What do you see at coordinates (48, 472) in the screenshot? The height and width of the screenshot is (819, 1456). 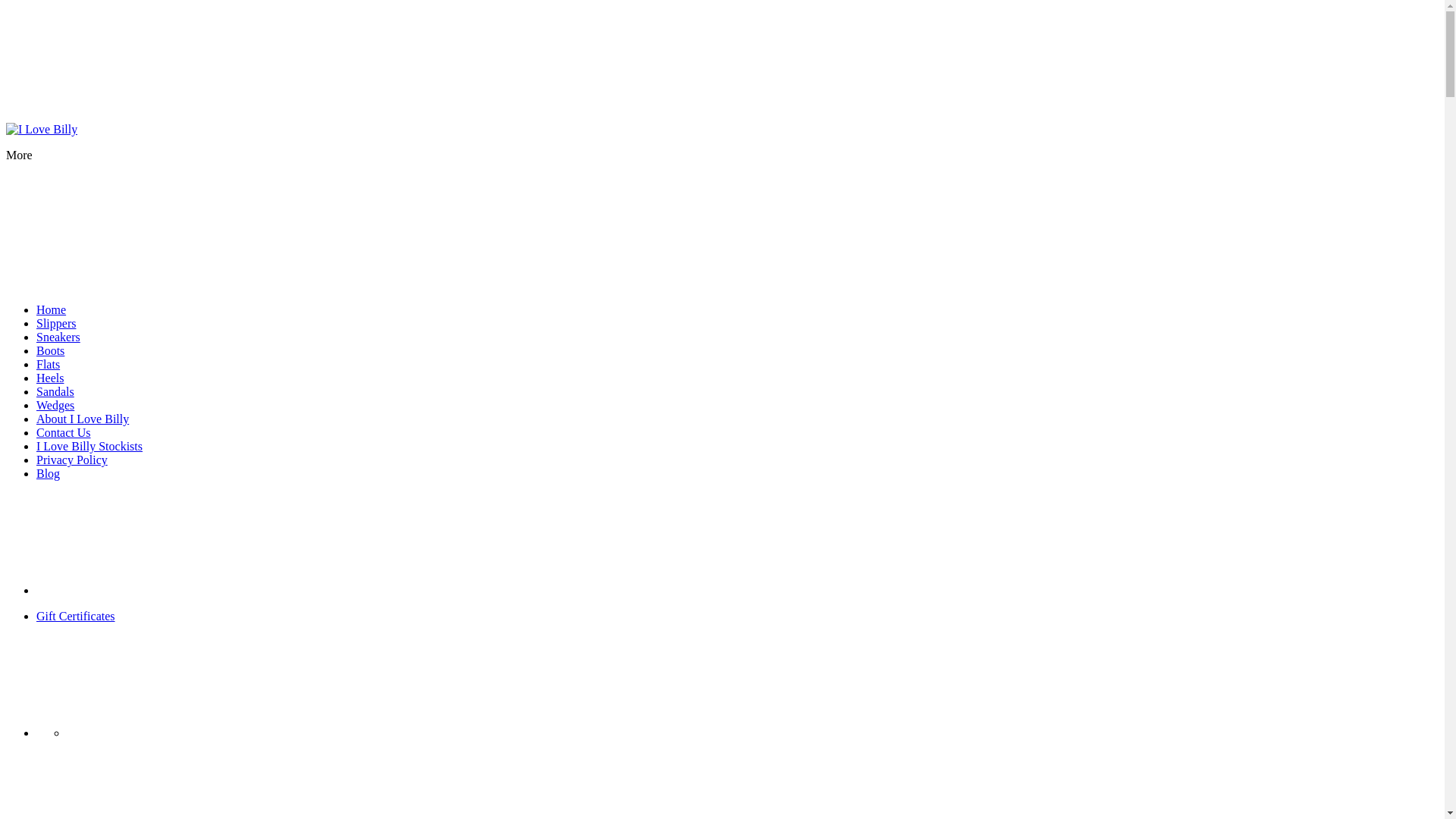 I see `'Blog'` at bounding box center [48, 472].